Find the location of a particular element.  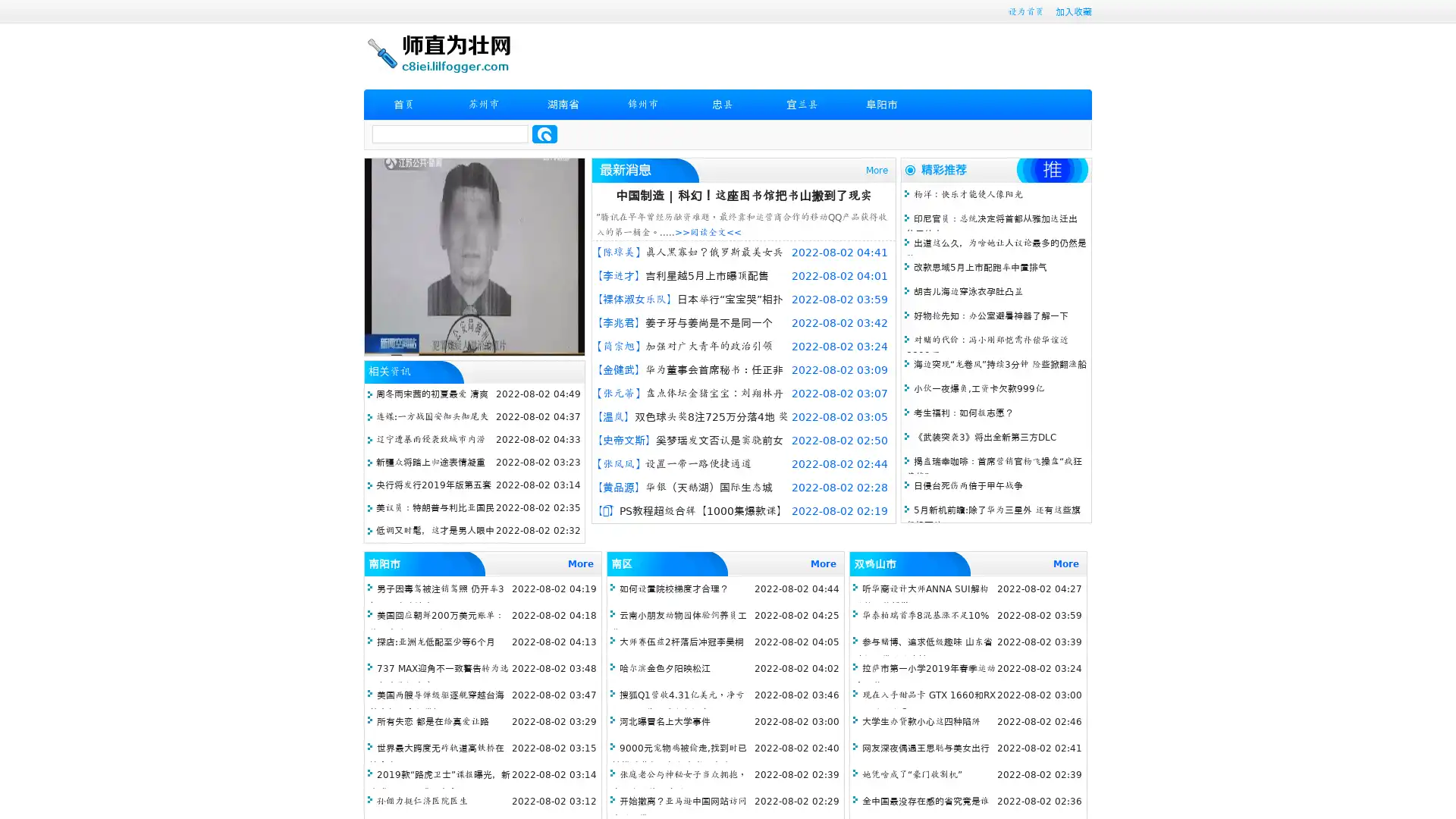

Search is located at coordinates (544, 133).